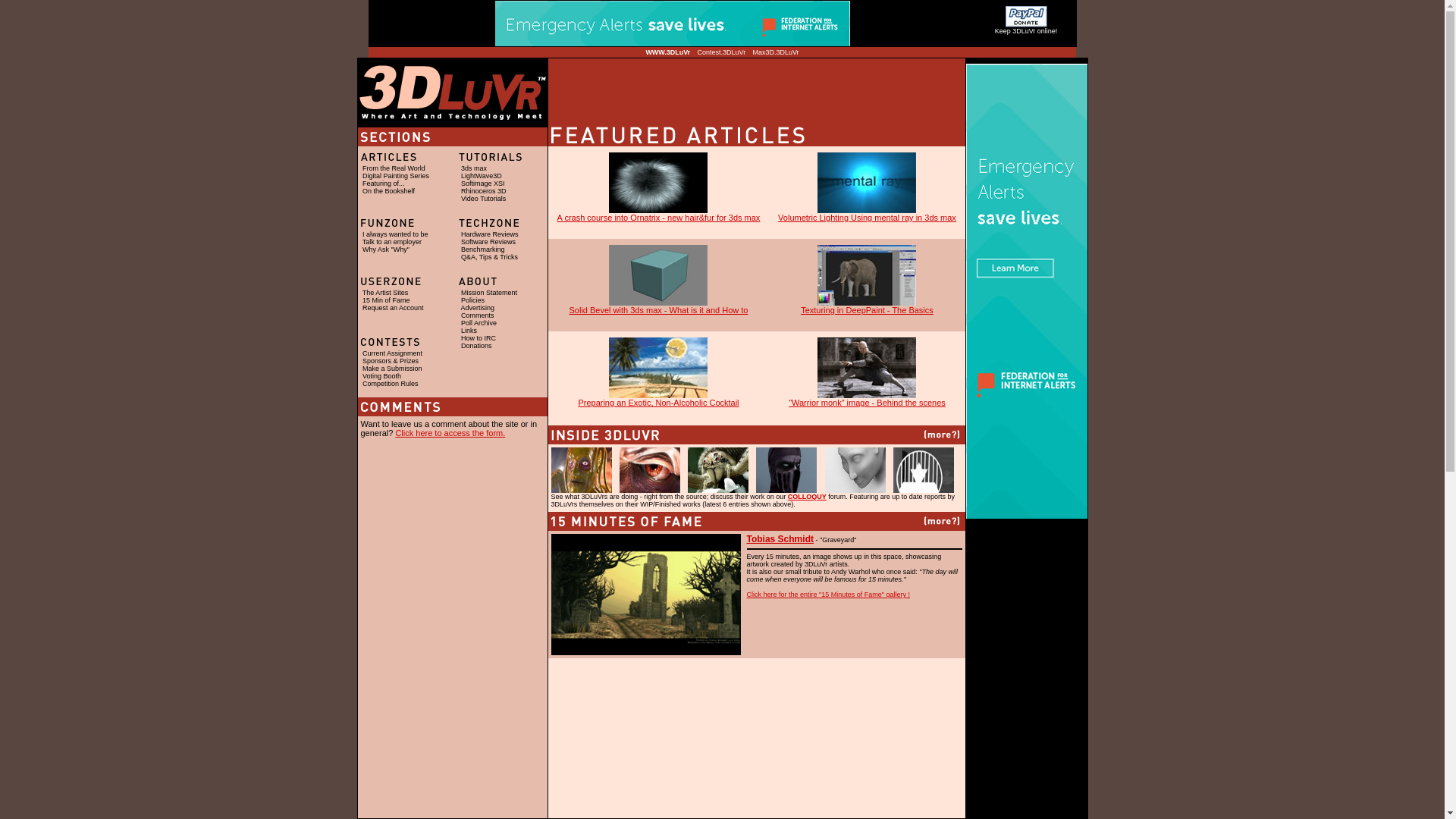 This screenshot has width=1456, height=819. Describe the element at coordinates (362, 241) in the screenshot. I see `'Talk to an employer'` at that location.